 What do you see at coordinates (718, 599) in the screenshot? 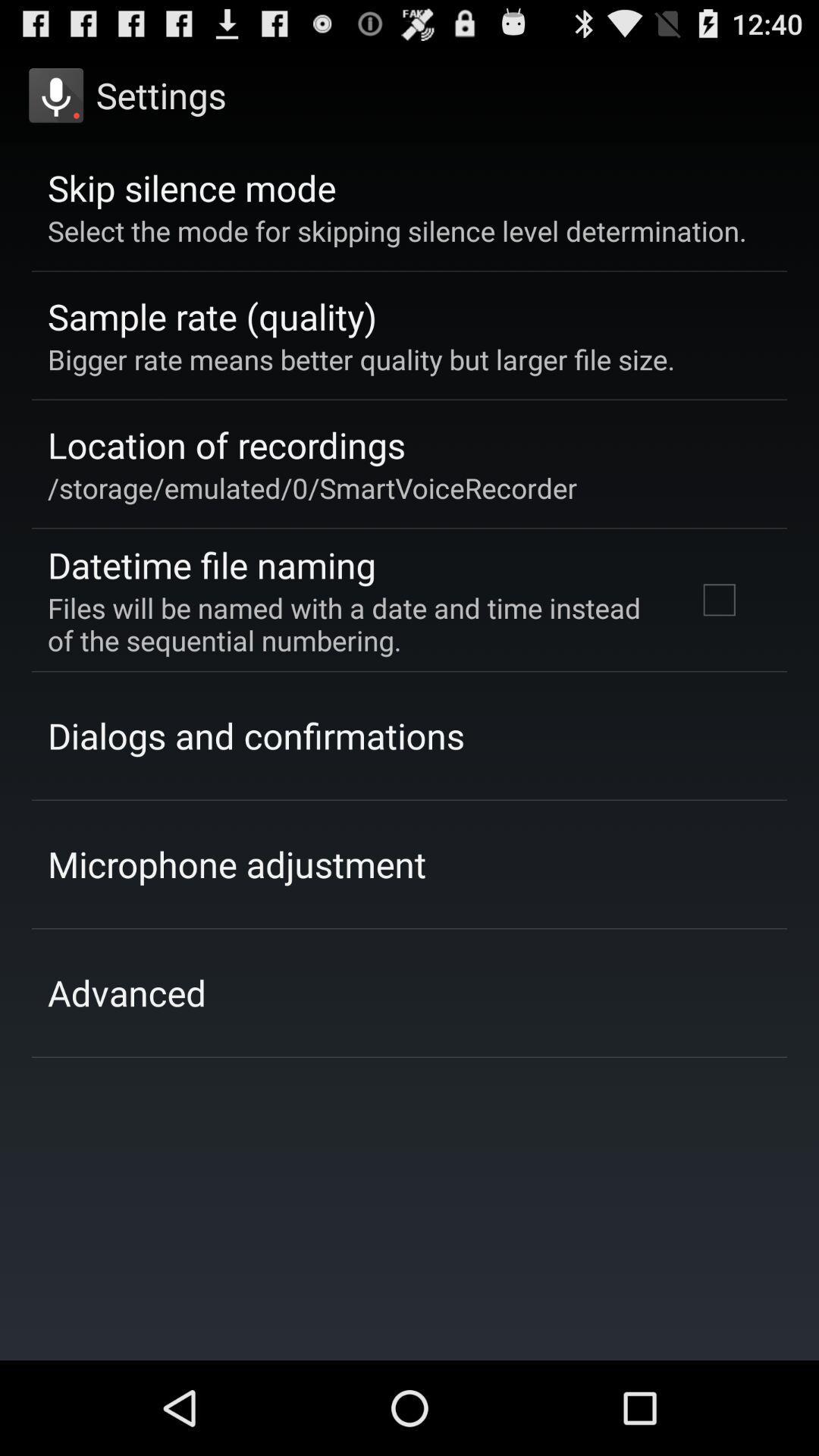
I see `item below the select the mode` at bounding box center [718, 599].